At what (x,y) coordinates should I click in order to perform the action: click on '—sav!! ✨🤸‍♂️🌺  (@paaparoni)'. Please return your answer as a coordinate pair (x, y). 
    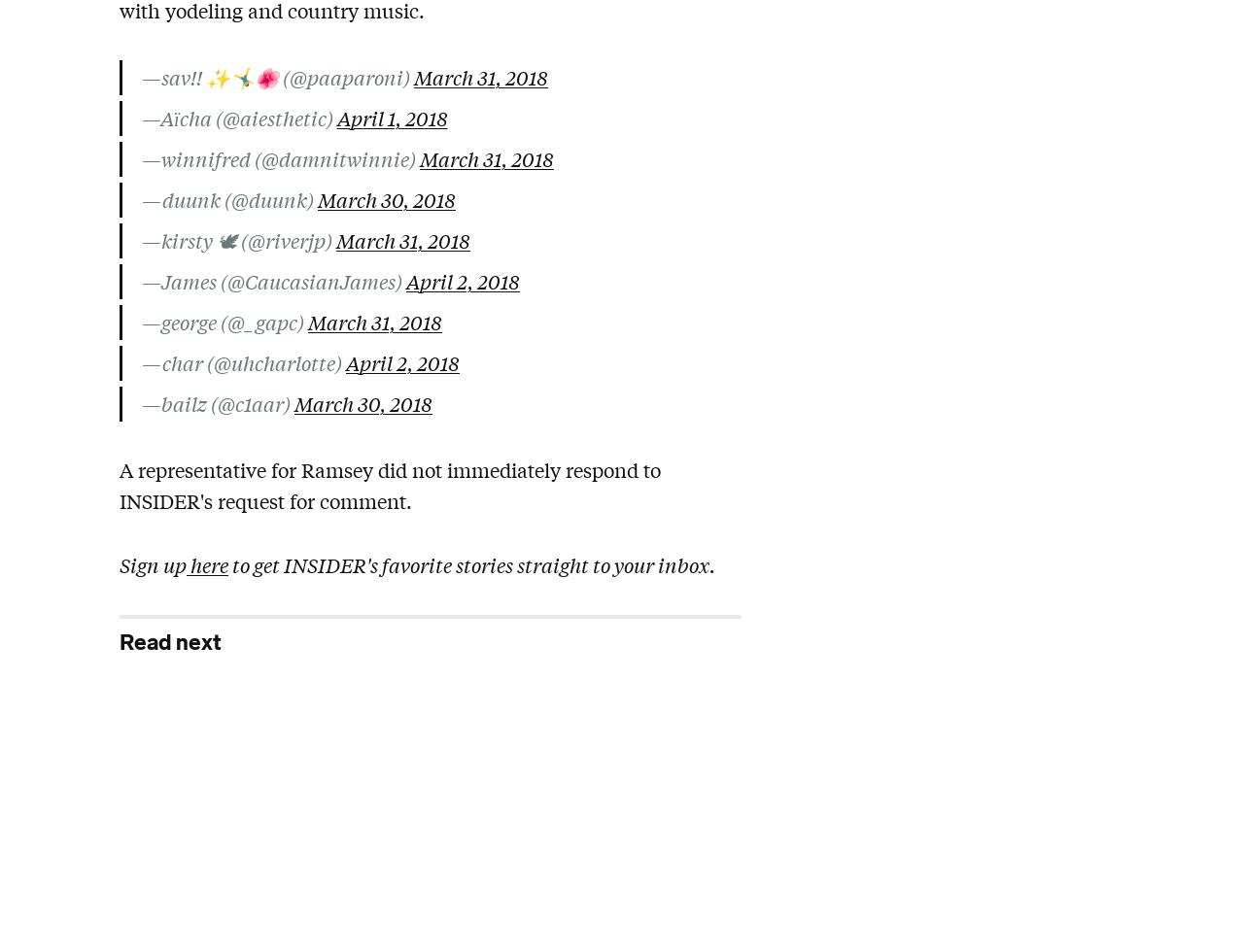
    Looking at the image, I should click on (276, 76).